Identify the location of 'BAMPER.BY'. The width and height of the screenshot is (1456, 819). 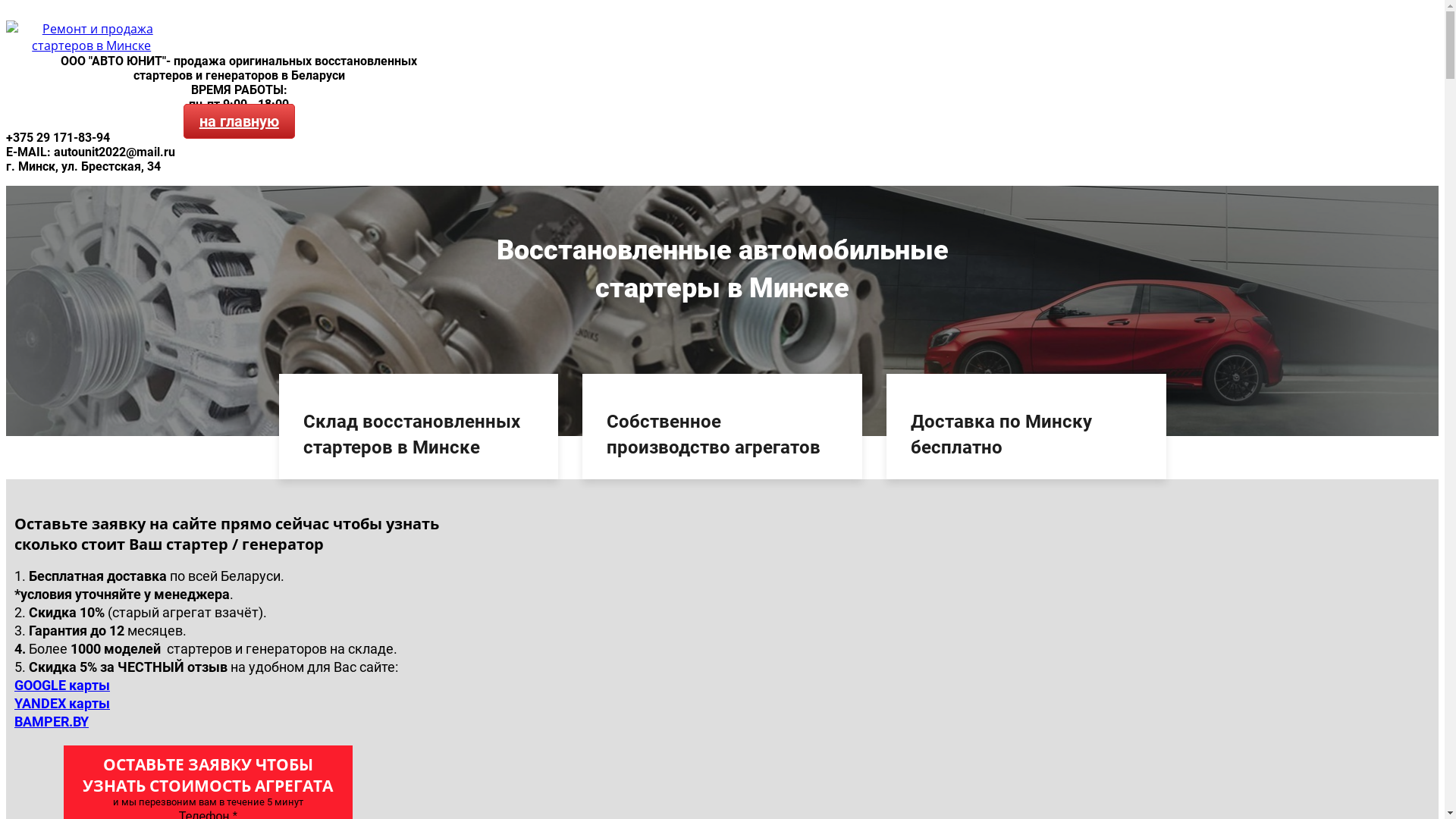
(51, 720).